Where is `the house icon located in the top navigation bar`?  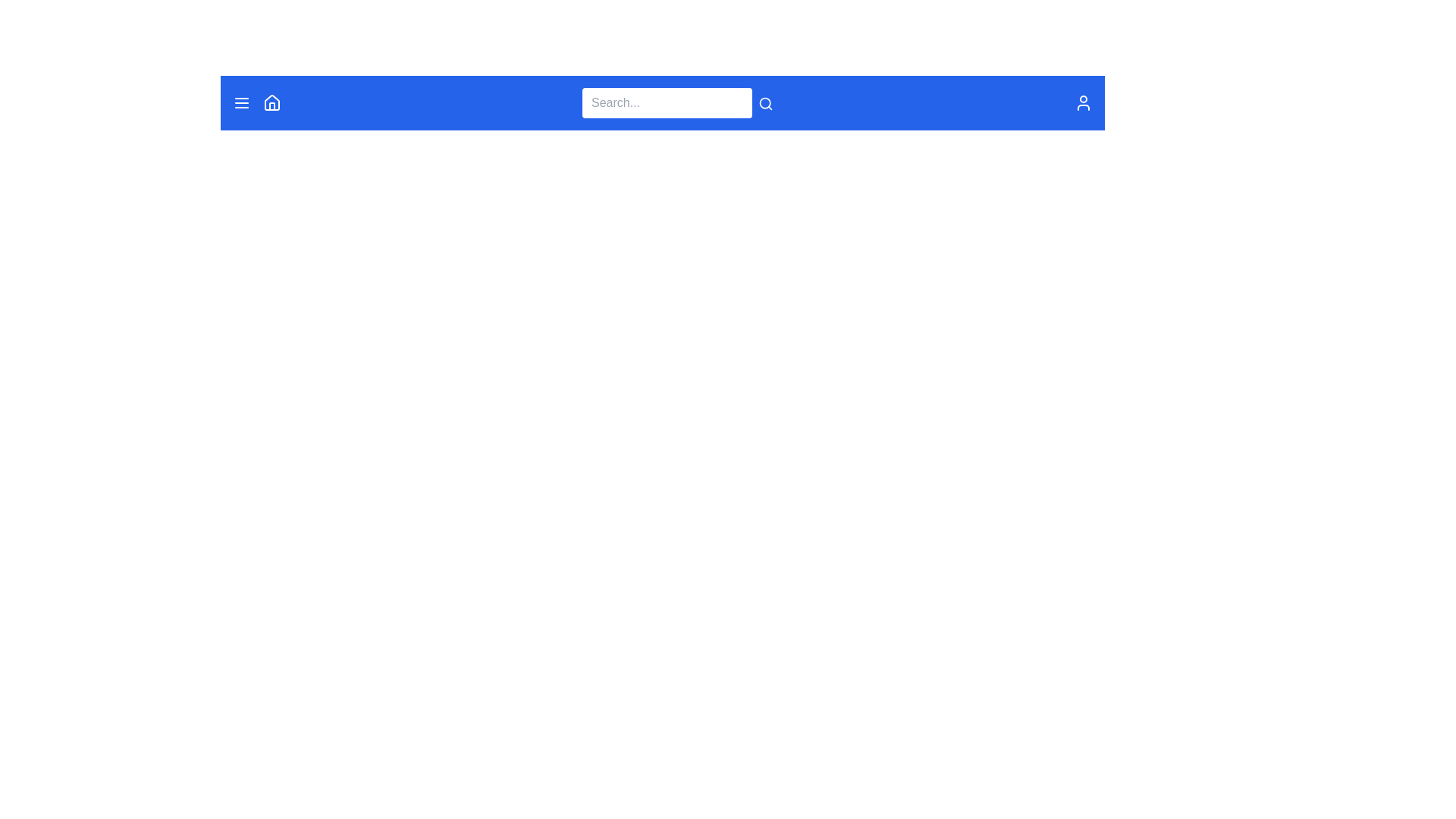
the house icon located in the top navigation bar is located at coordinates (272, 102).